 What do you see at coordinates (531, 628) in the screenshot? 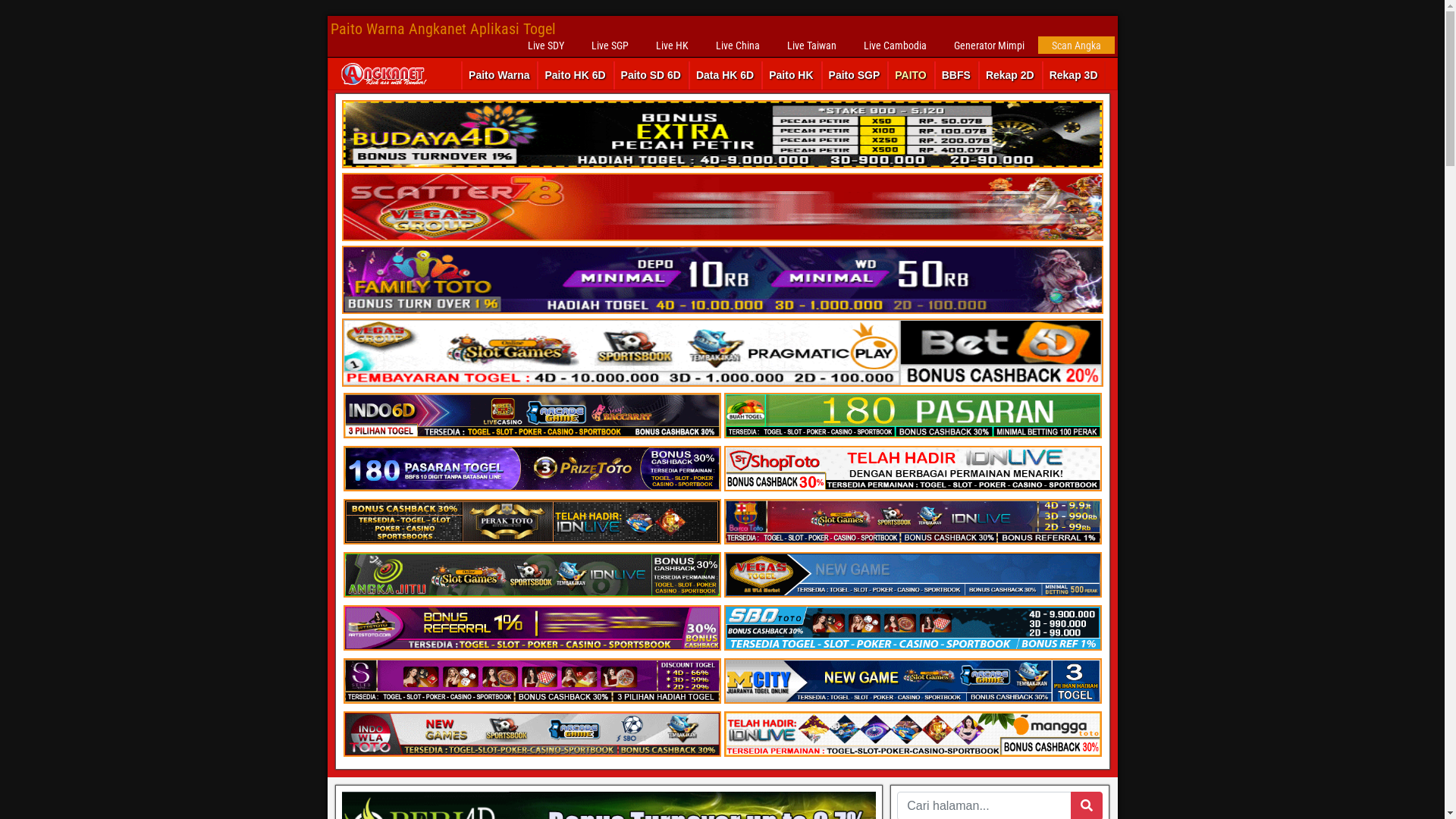
I see `'Bandar Judi Online Terpercaya ARTISTOTO'` at bounding box center [531, 628].